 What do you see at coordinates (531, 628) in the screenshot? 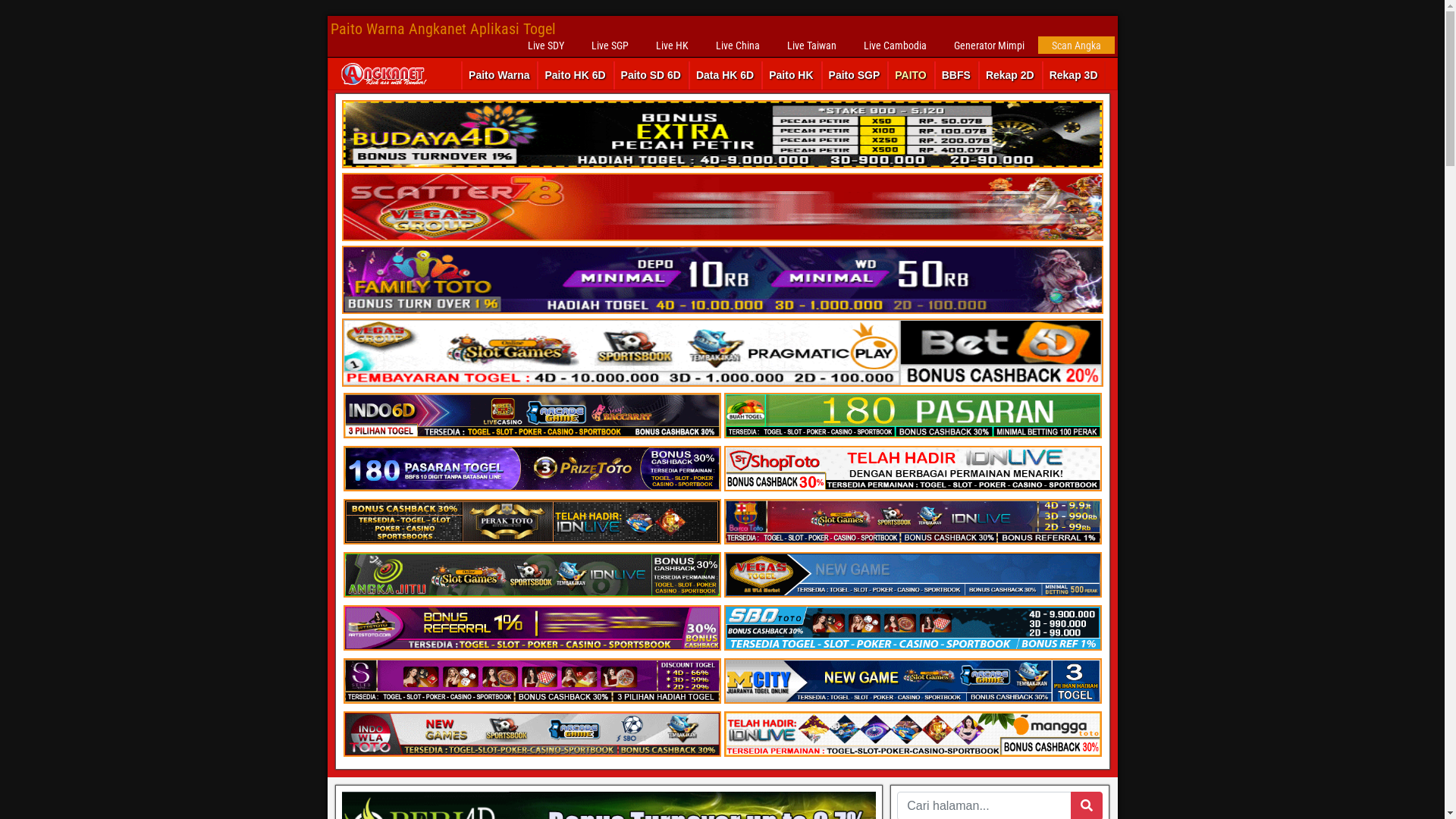
I see `'Bandar Judi Online Terpercaya ARTISTOTO'` at bounding box center [531, 628].